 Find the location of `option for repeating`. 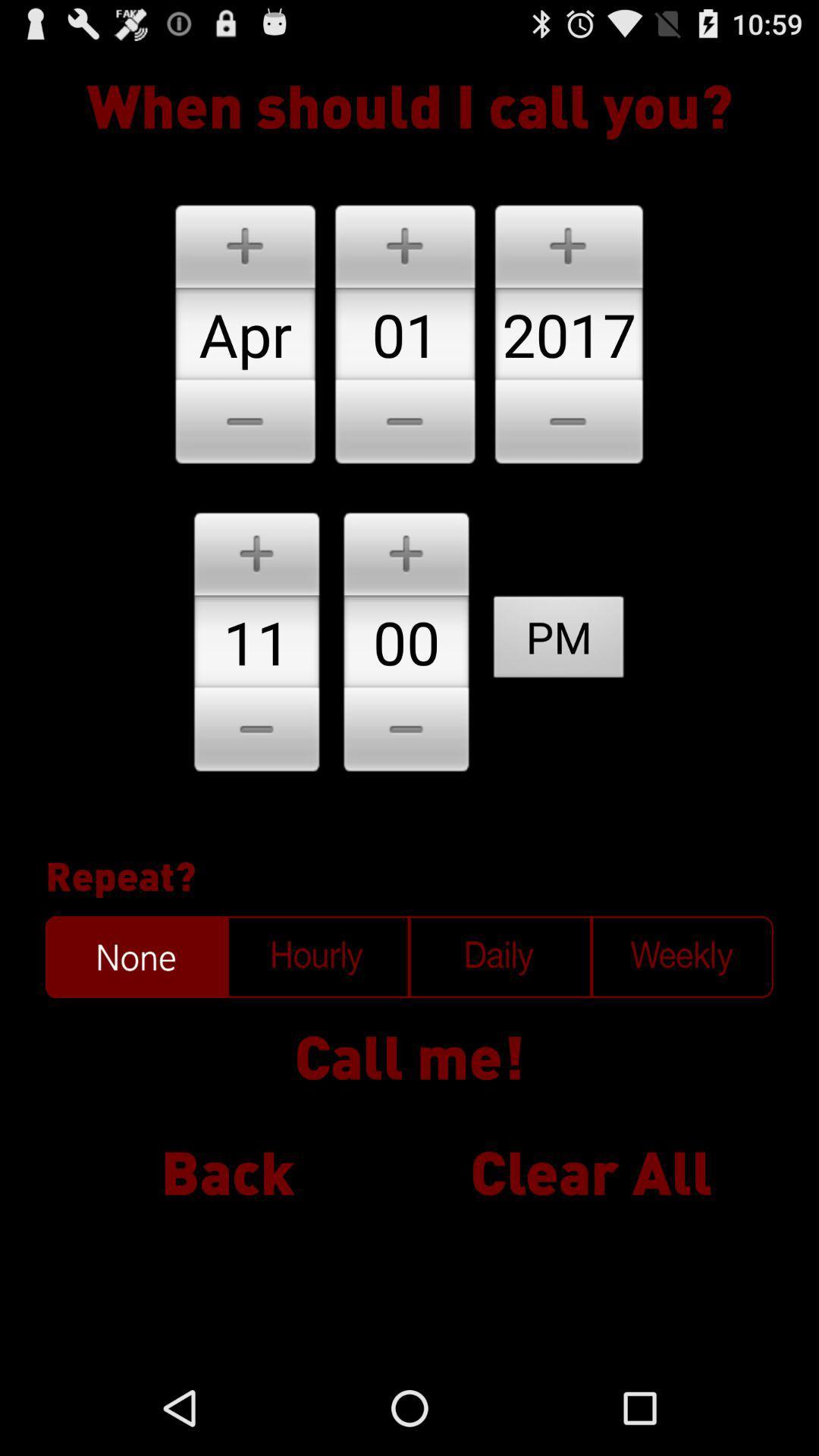

option for repeating is located at coordinates (500, 956).